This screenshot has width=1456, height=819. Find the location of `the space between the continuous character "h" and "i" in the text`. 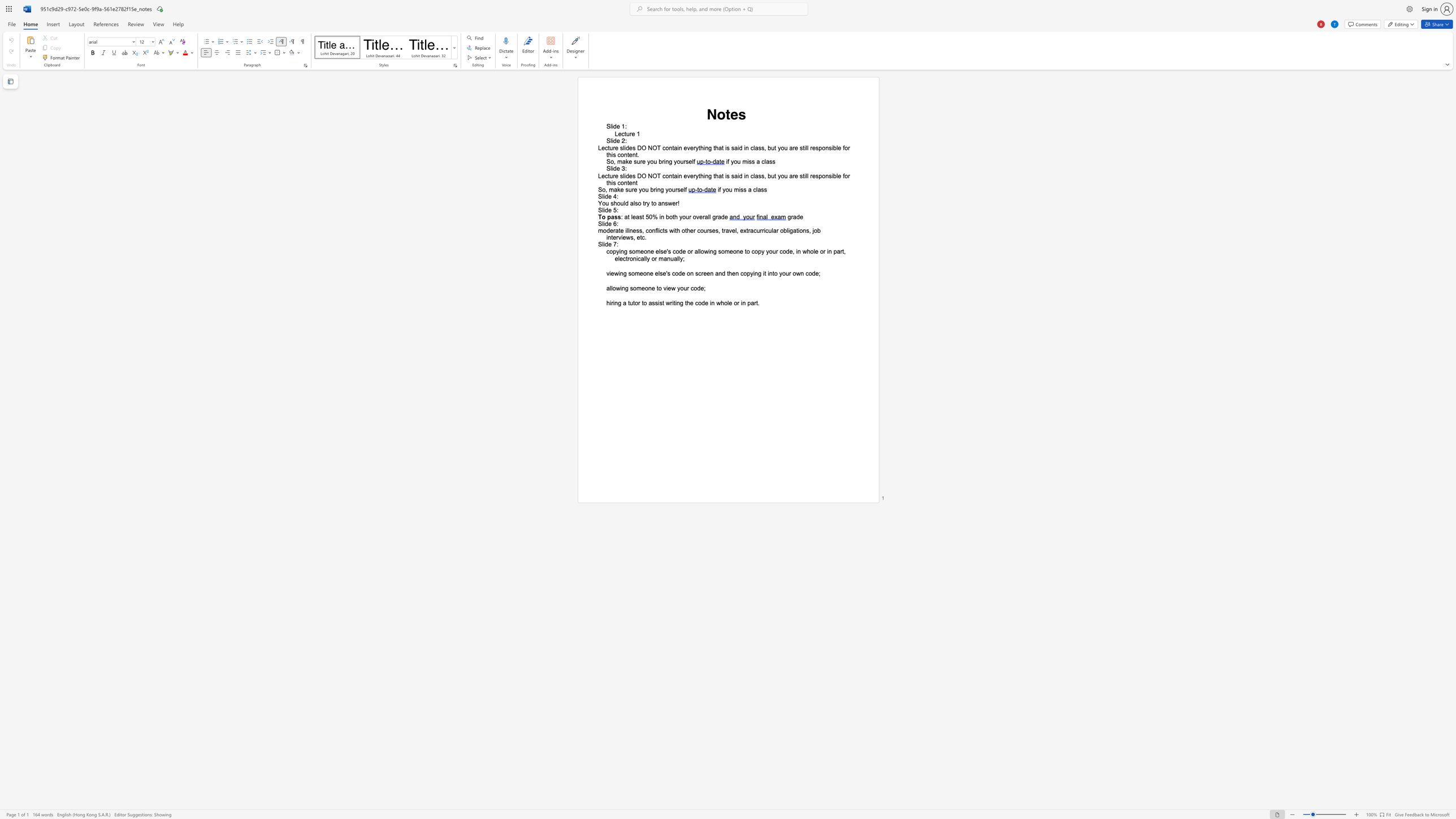

the space between the continuous character "h" and "i" in the text is located at coordinates (609, 302).